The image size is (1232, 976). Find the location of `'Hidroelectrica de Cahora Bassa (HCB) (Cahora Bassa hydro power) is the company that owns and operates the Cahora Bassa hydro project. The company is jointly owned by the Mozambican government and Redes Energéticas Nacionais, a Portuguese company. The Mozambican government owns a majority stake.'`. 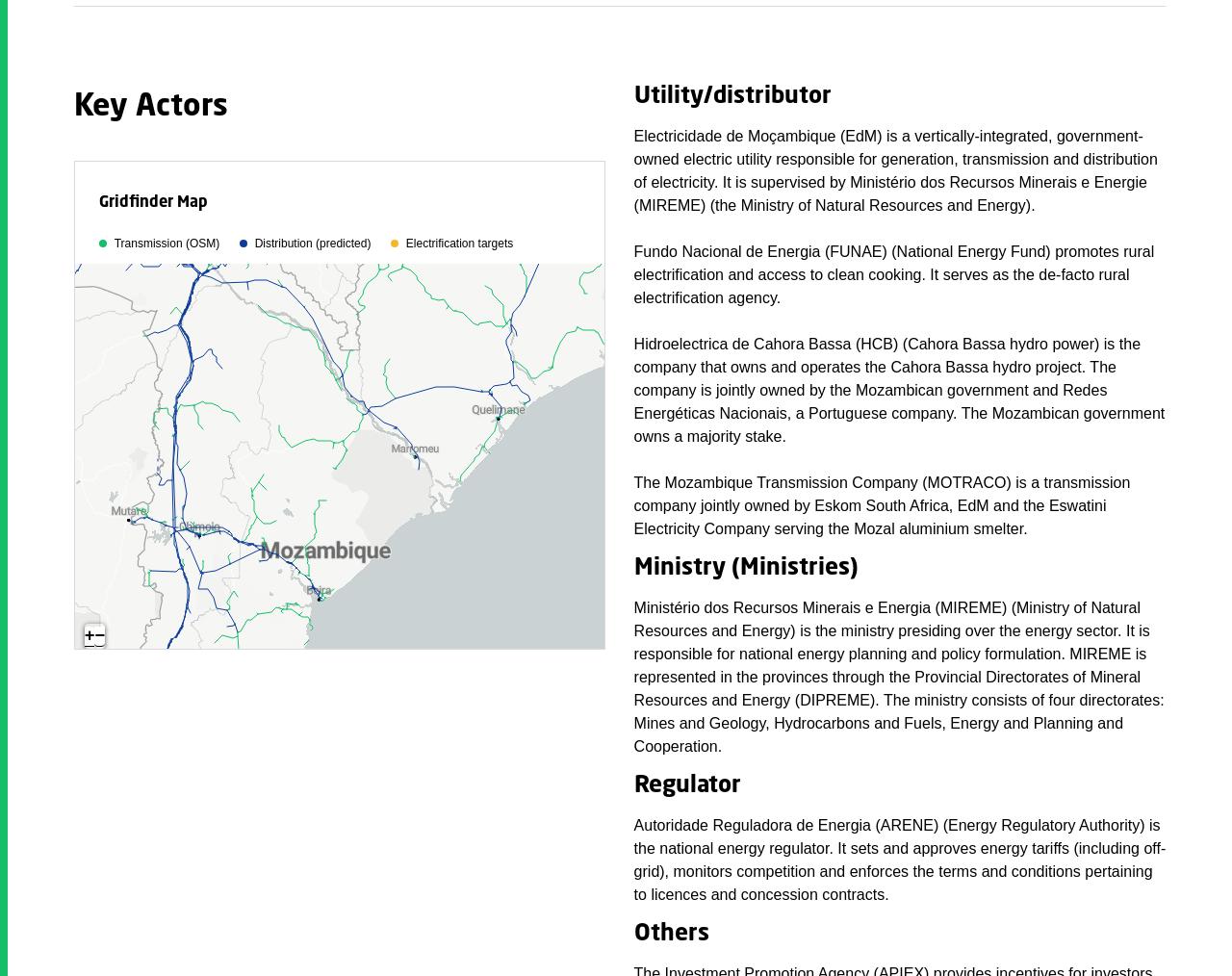

'Hidroelectrica de Cahora Bassa (HCB) (Cahora Bassa hydro power) is the company that owns and operates the Cahora Bassa hydro project. The company is jointly owned by the Mozambican government and Redes Energéticas Nacionais, a Portuguese company. The Mozambican government owns a majority stake.' is located at coordinates (898, 388).